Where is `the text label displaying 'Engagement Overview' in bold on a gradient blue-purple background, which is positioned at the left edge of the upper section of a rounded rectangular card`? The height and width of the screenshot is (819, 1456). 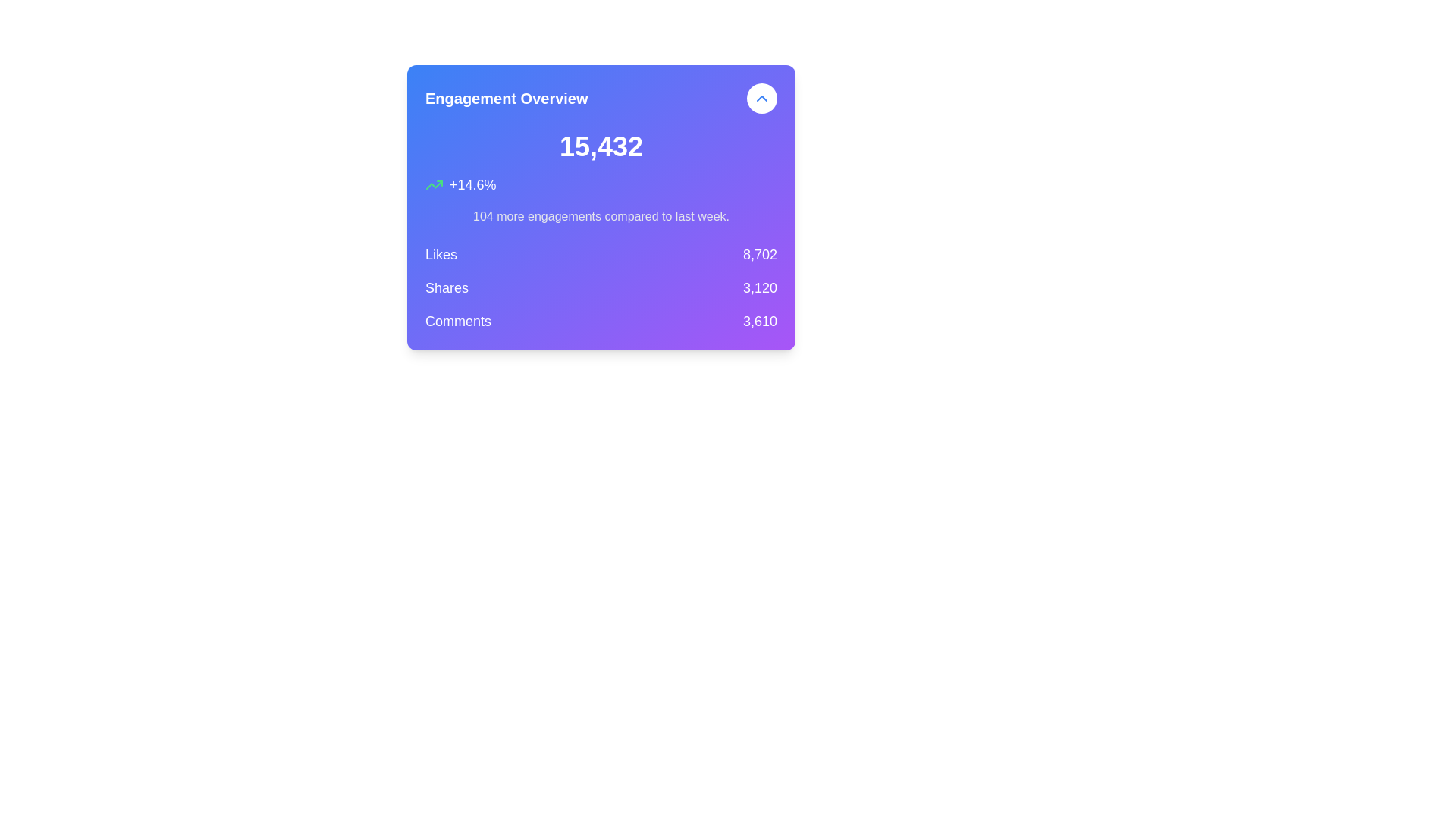
the text label displaying 'Engagement Overview' in bold on a gradient blue-purple background, which is positioned at the left edge of the upper section of a rounded rectangular card is located at coordinates (507, 99).